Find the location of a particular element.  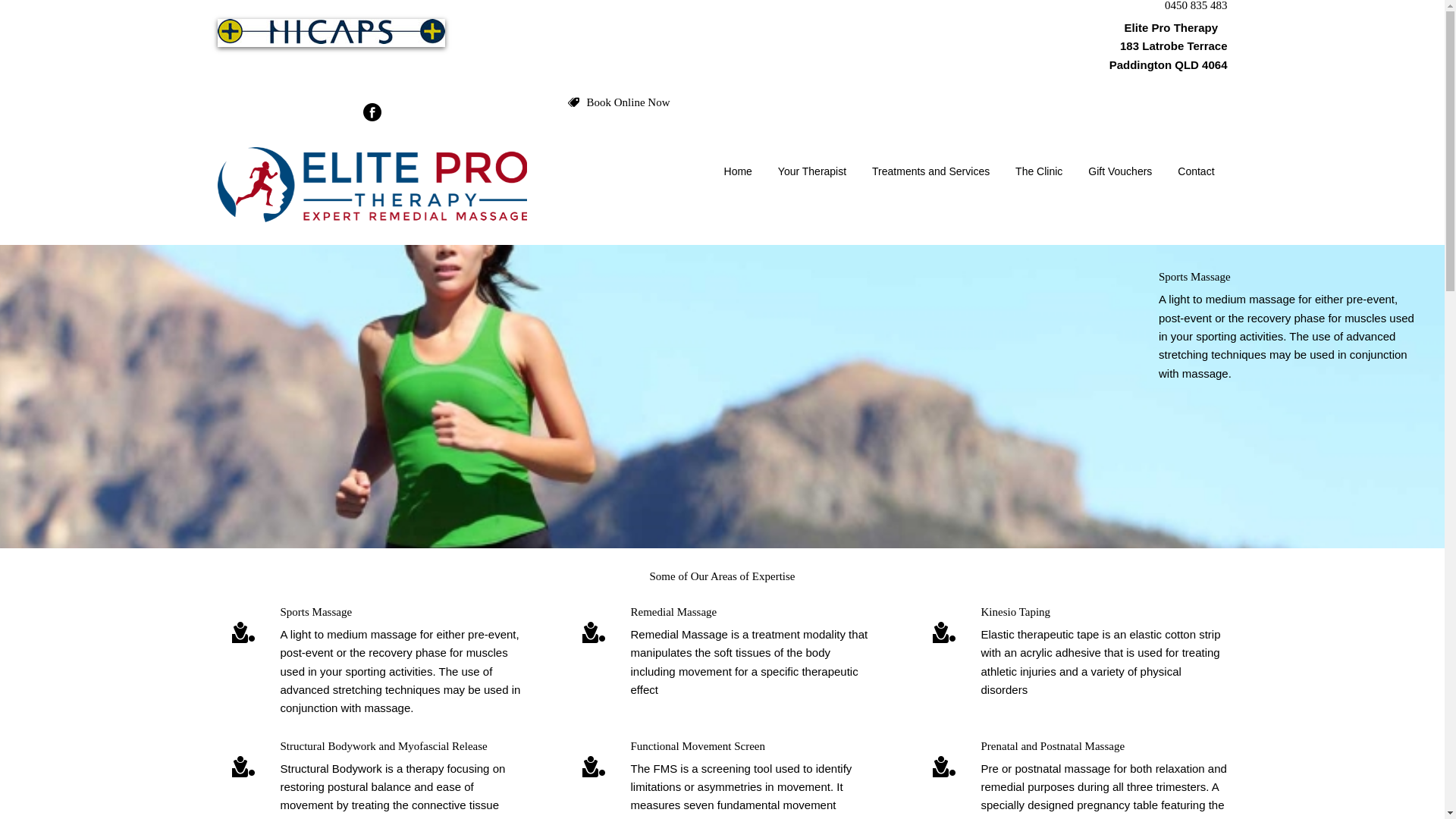

'Your Therapist' is located at coordinates (811, 171).